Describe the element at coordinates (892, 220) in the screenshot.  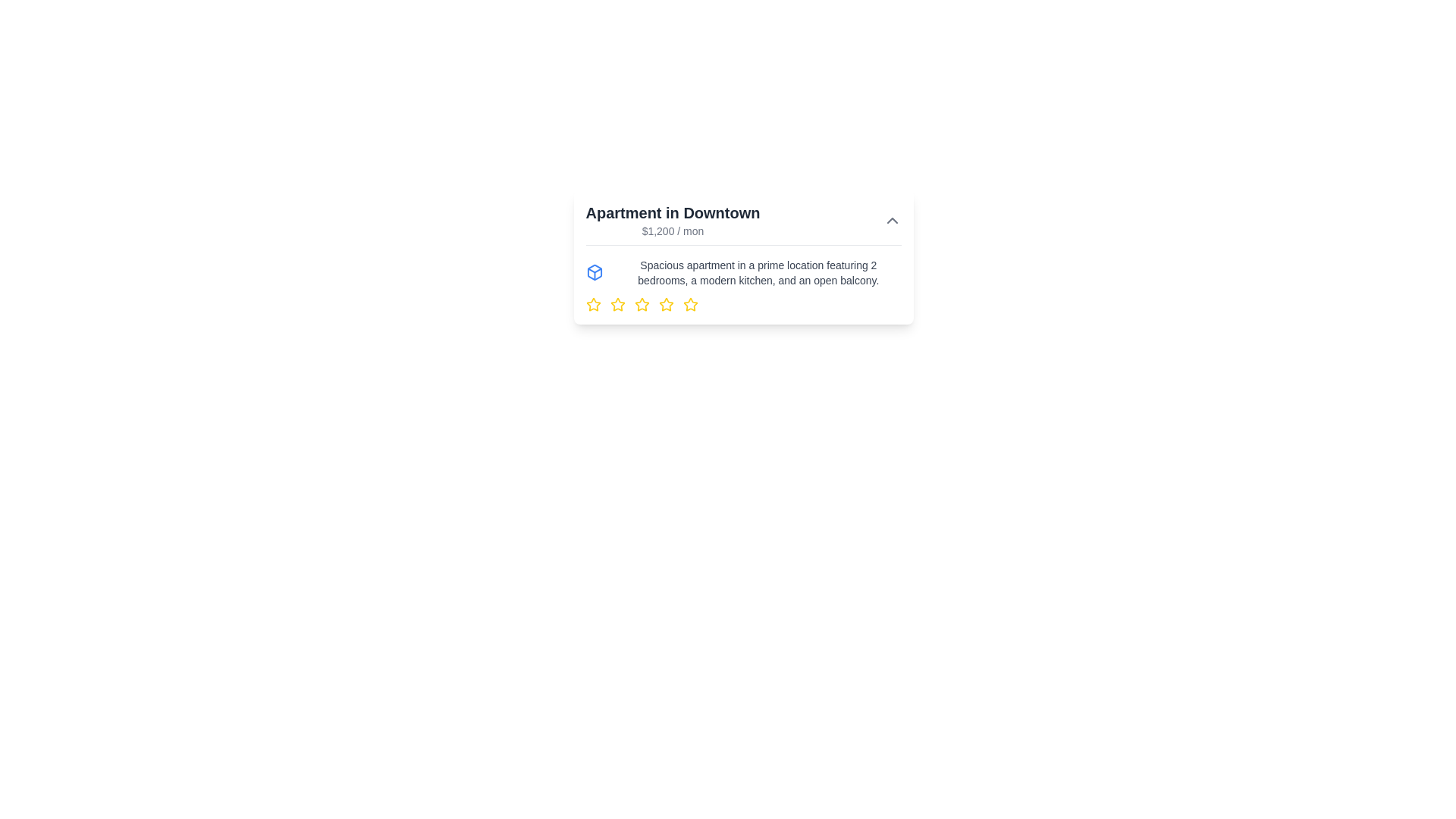
I see `the small triangular arrow icon pointing upwards, located at the far-right of the 'Apartment in Downtown' card` at that location.